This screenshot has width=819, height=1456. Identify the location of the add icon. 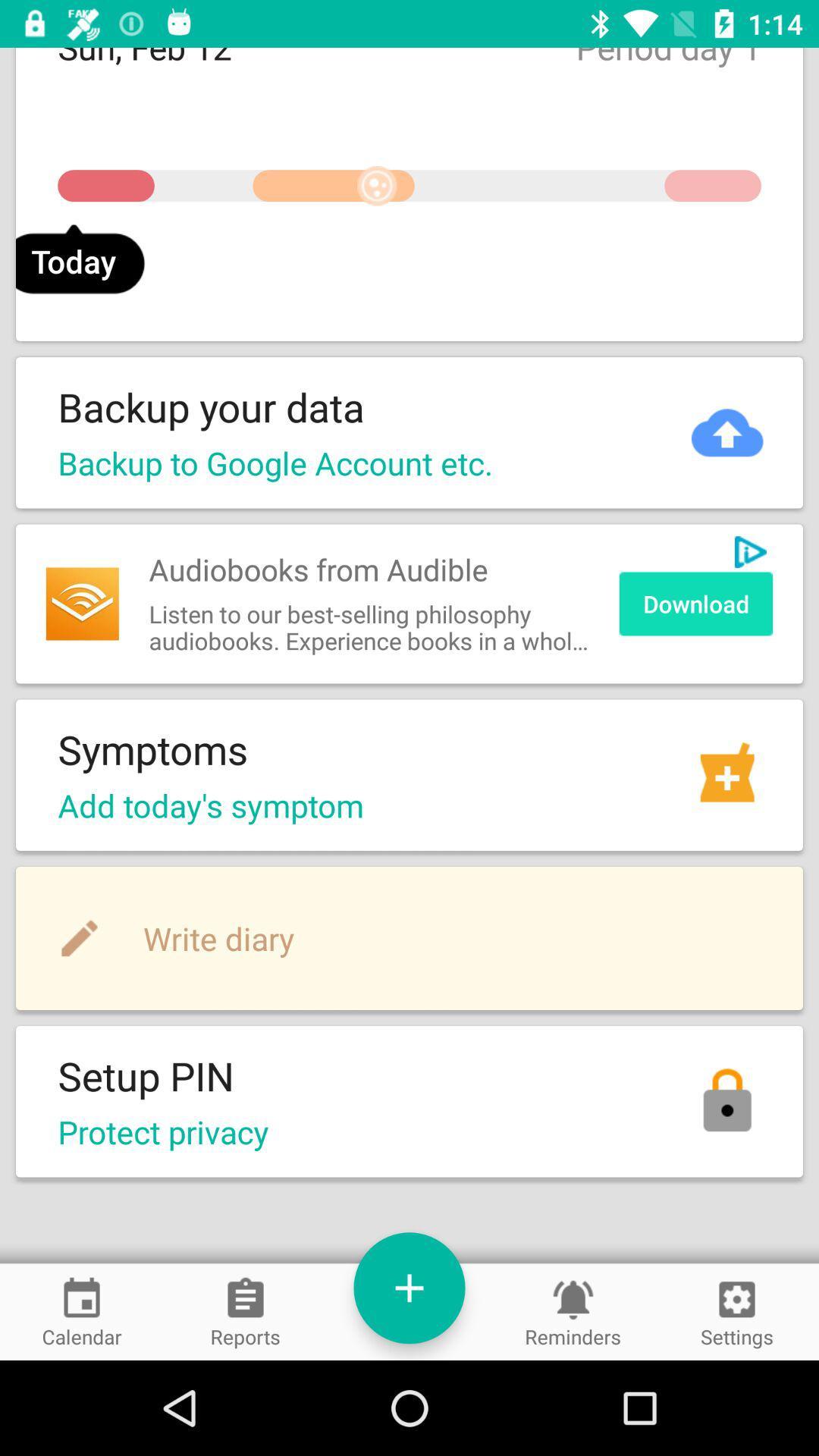
(409, 1287).